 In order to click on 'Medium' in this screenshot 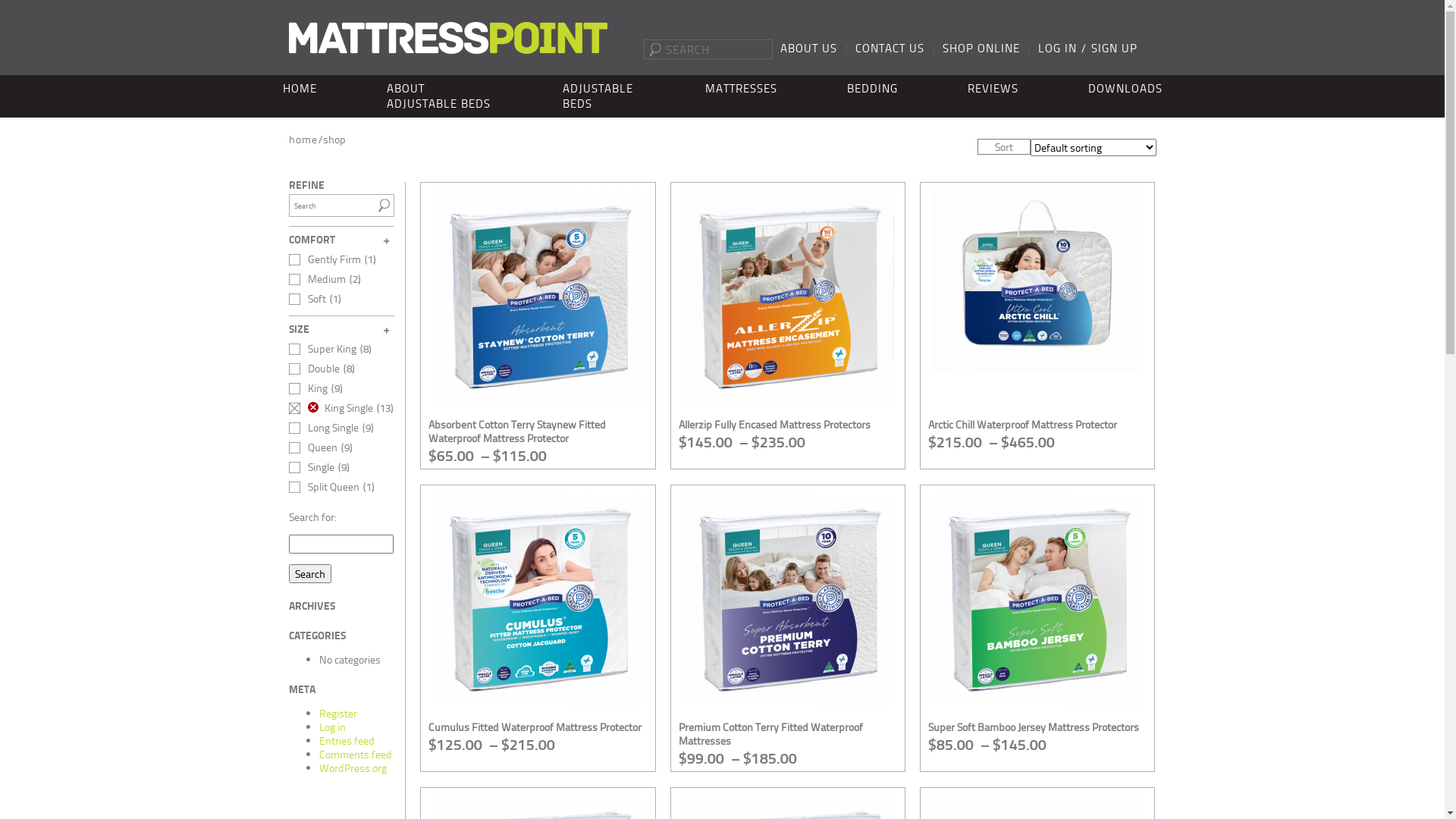, I will do `click(315, 278)`.